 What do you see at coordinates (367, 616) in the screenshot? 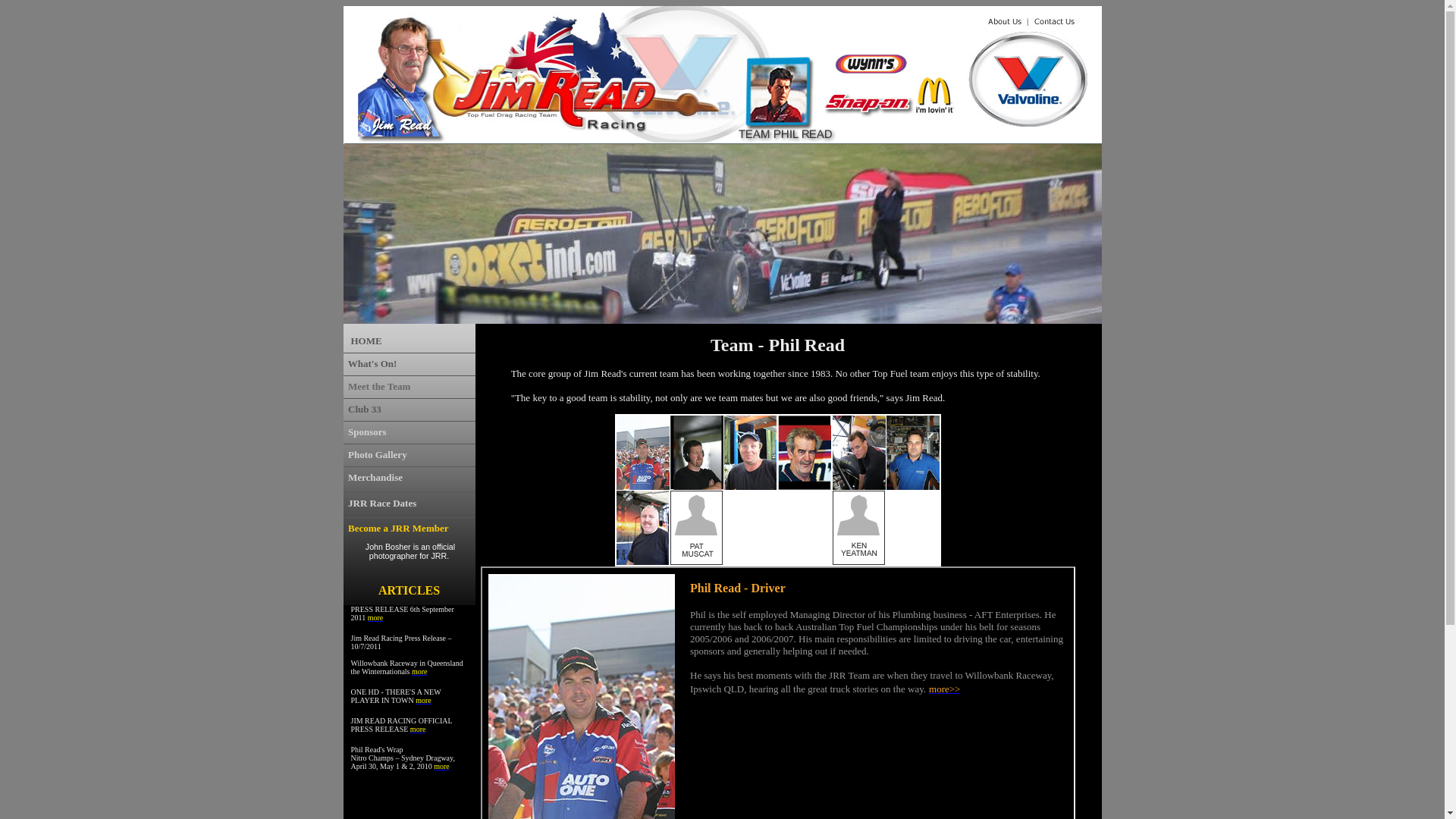
I see `'m'` at bounding box center [367, 616].